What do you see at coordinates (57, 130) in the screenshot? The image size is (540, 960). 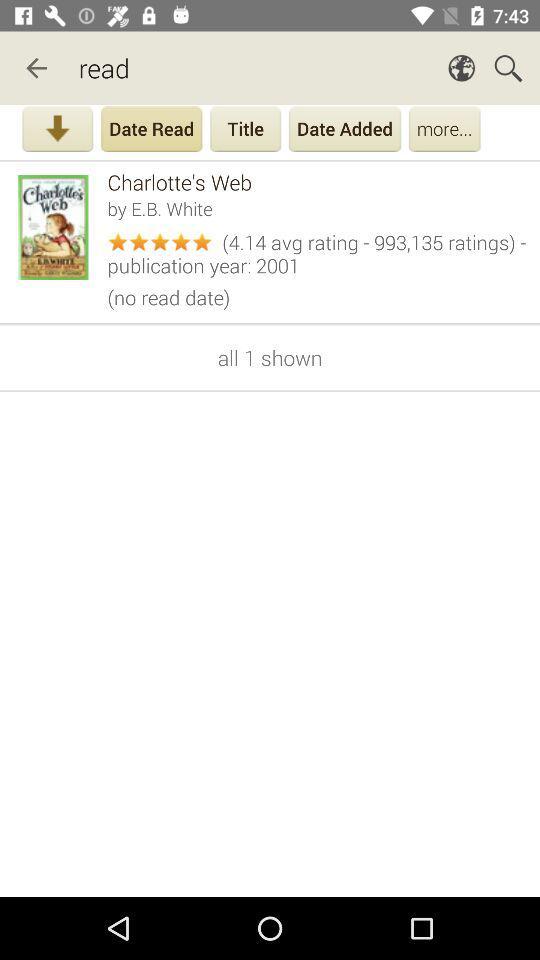 I see `download the app` at bounding box center [57, 130].